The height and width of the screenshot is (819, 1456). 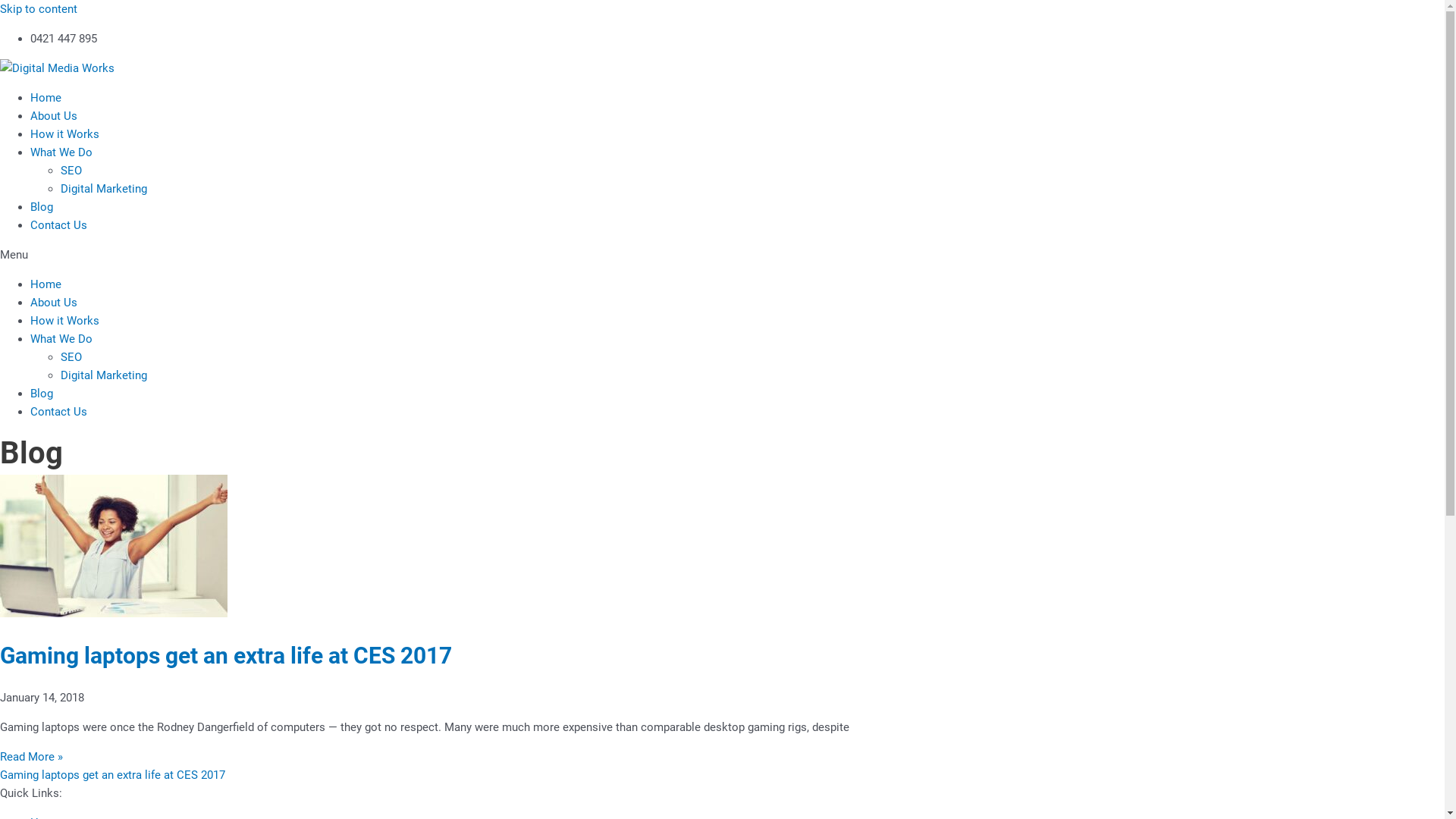 What do you see at coordinates (61, 338) in the screenshot?
I see `'What We Do'` at bounding box center [61, 338].